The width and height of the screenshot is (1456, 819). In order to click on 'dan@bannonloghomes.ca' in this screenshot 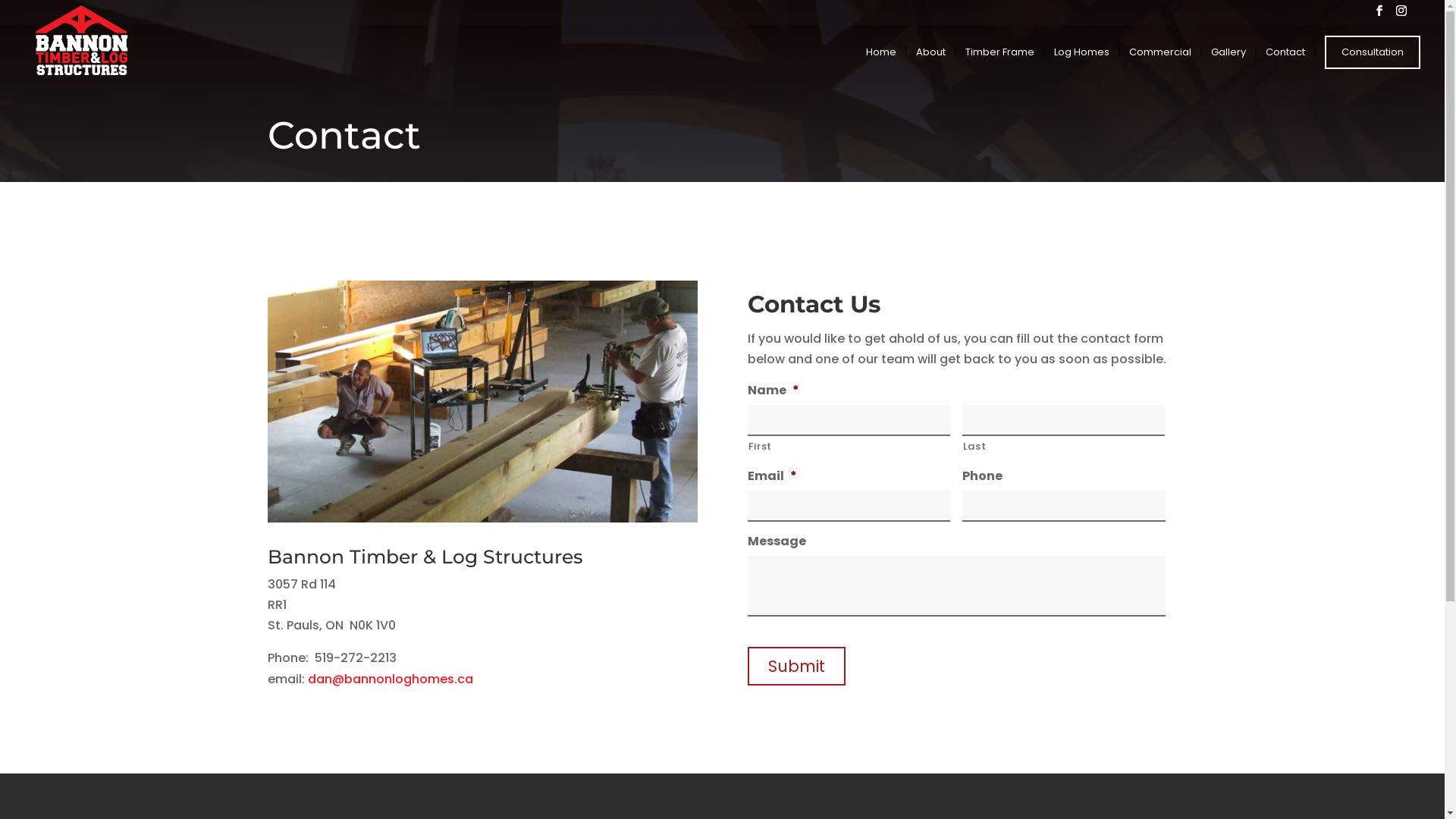, I will do `click(390, 678)`.